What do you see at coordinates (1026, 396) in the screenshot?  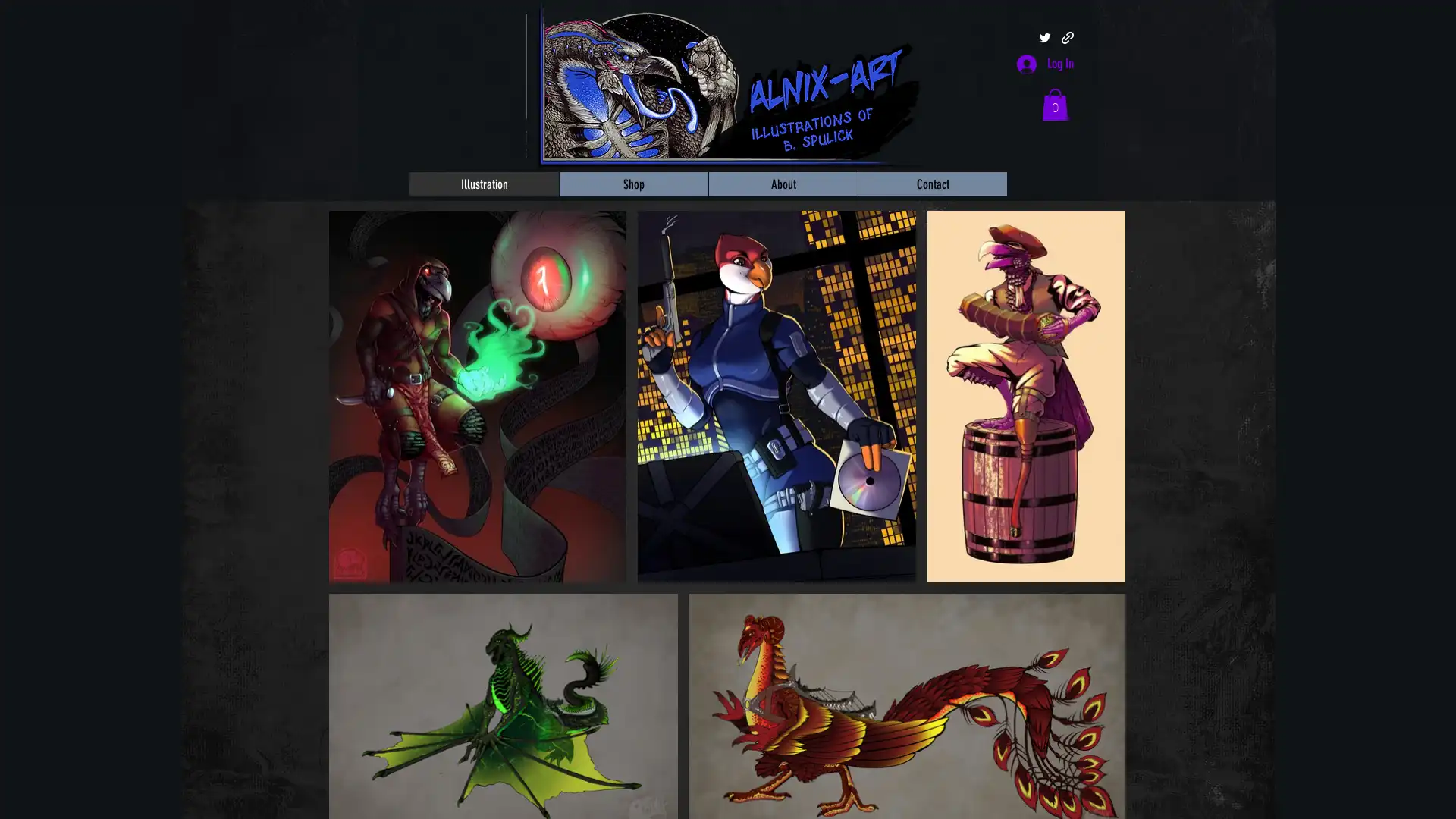 I see `Spulick_FWA2019Standee.jpg` at bounding box center [1026, 396].